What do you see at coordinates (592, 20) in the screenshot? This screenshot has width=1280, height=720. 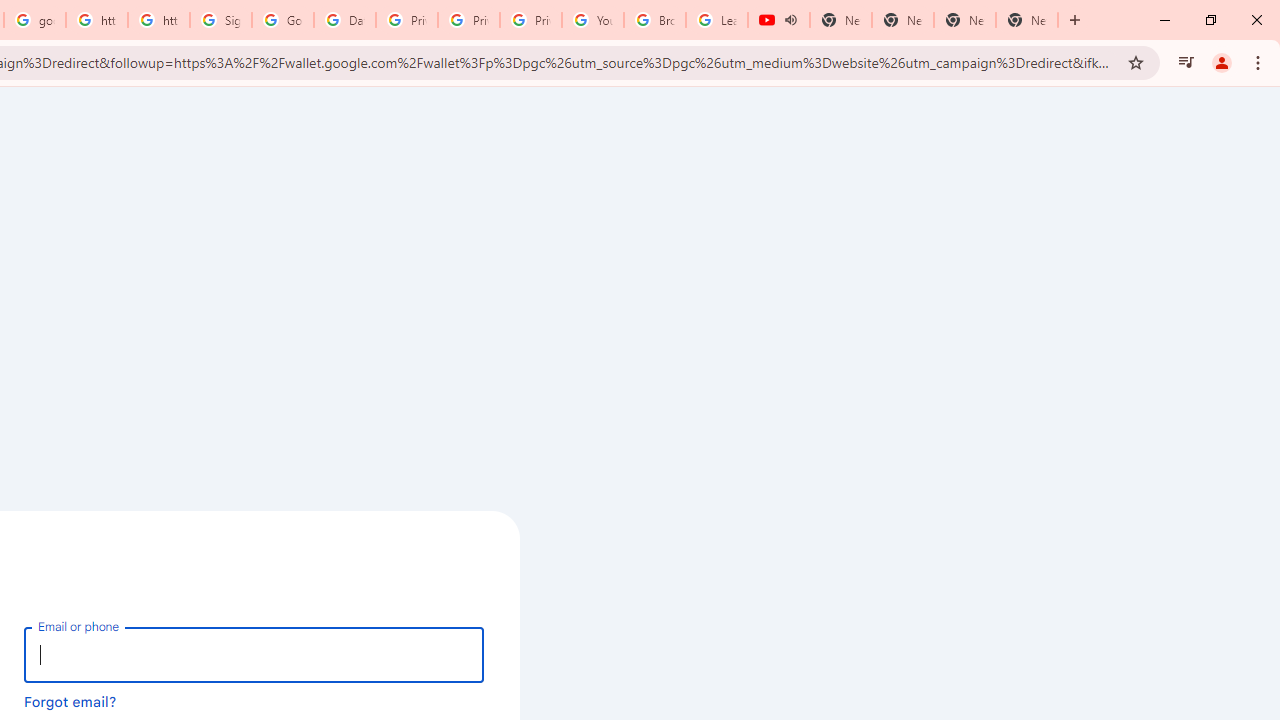 I see `'YouTube'` at bounding box center [592, 20].